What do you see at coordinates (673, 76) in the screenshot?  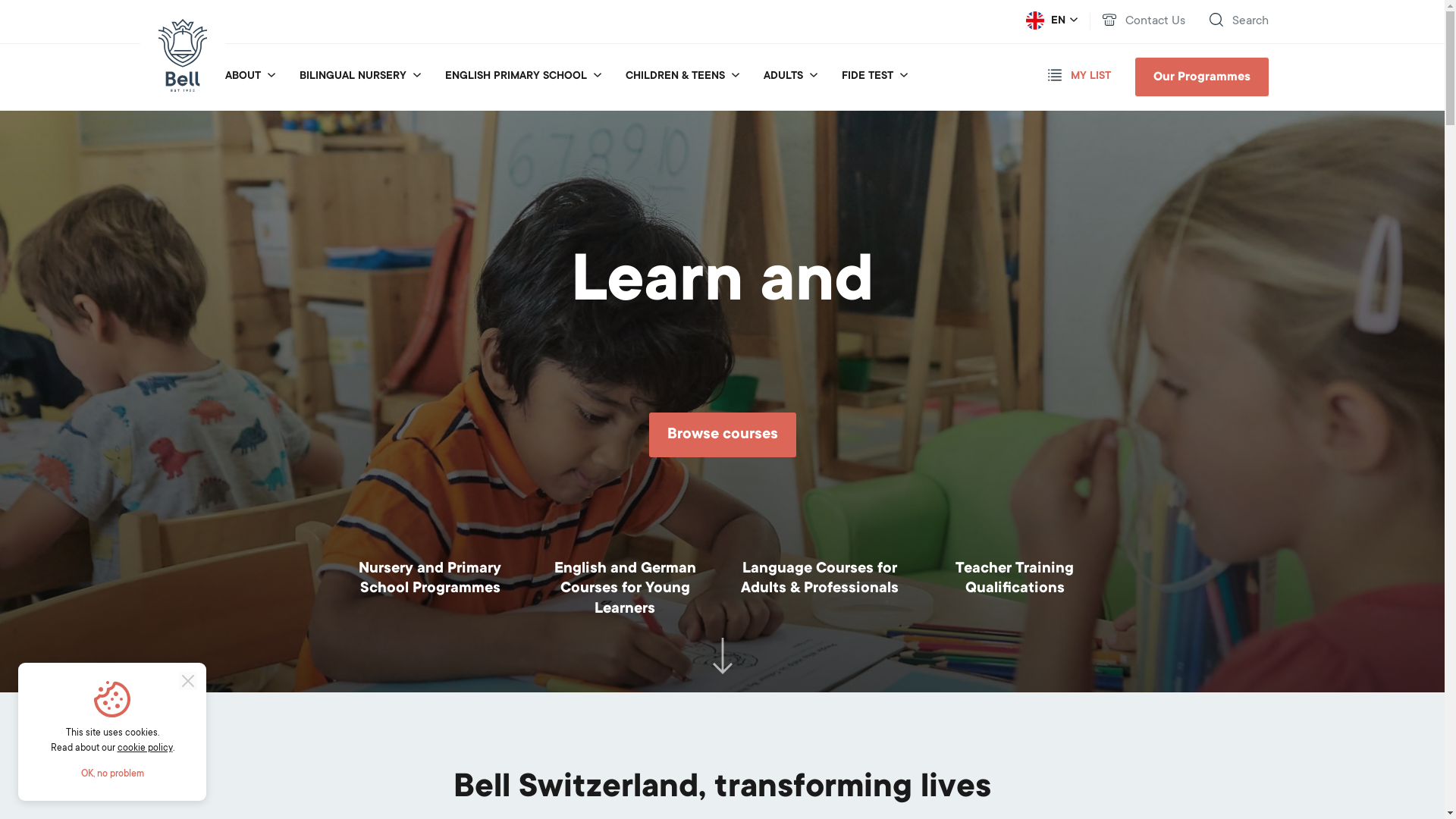 I see `'CHILDREN & TEENS'` at bounding box center [673, 76].